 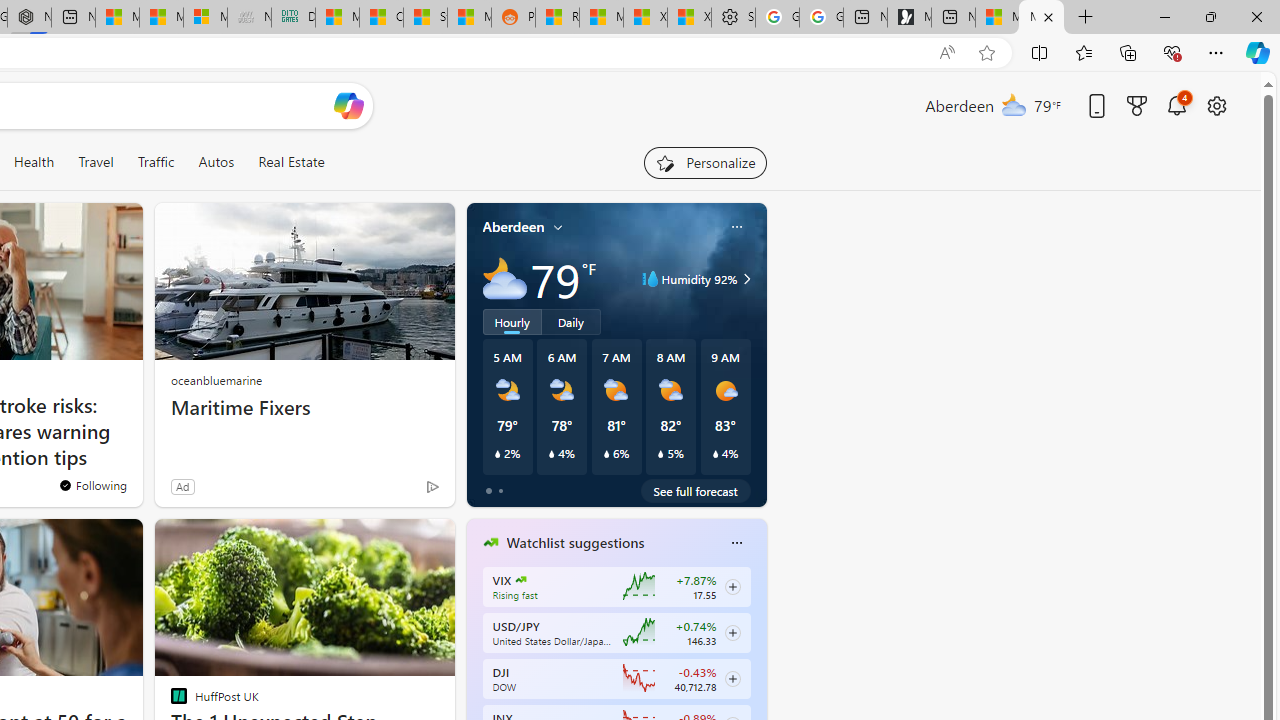 What do you see at coordinates (520, 579) in the screenshot?
I see `'CBOE Market Volatility Index'` at bounding box center [520, 579].